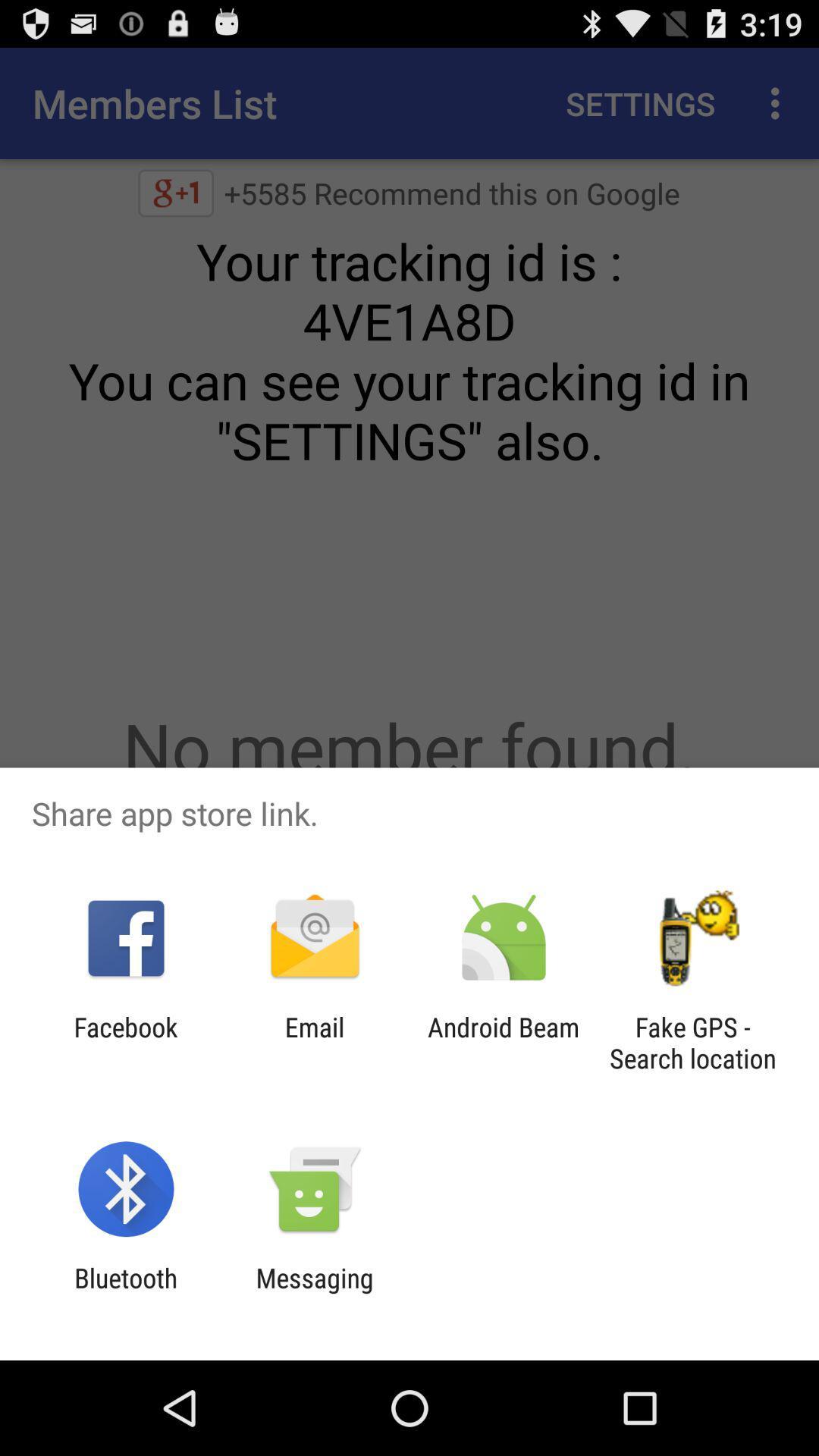  I want to click on the item to the right of the bluetooth app, so click(314, 1293).